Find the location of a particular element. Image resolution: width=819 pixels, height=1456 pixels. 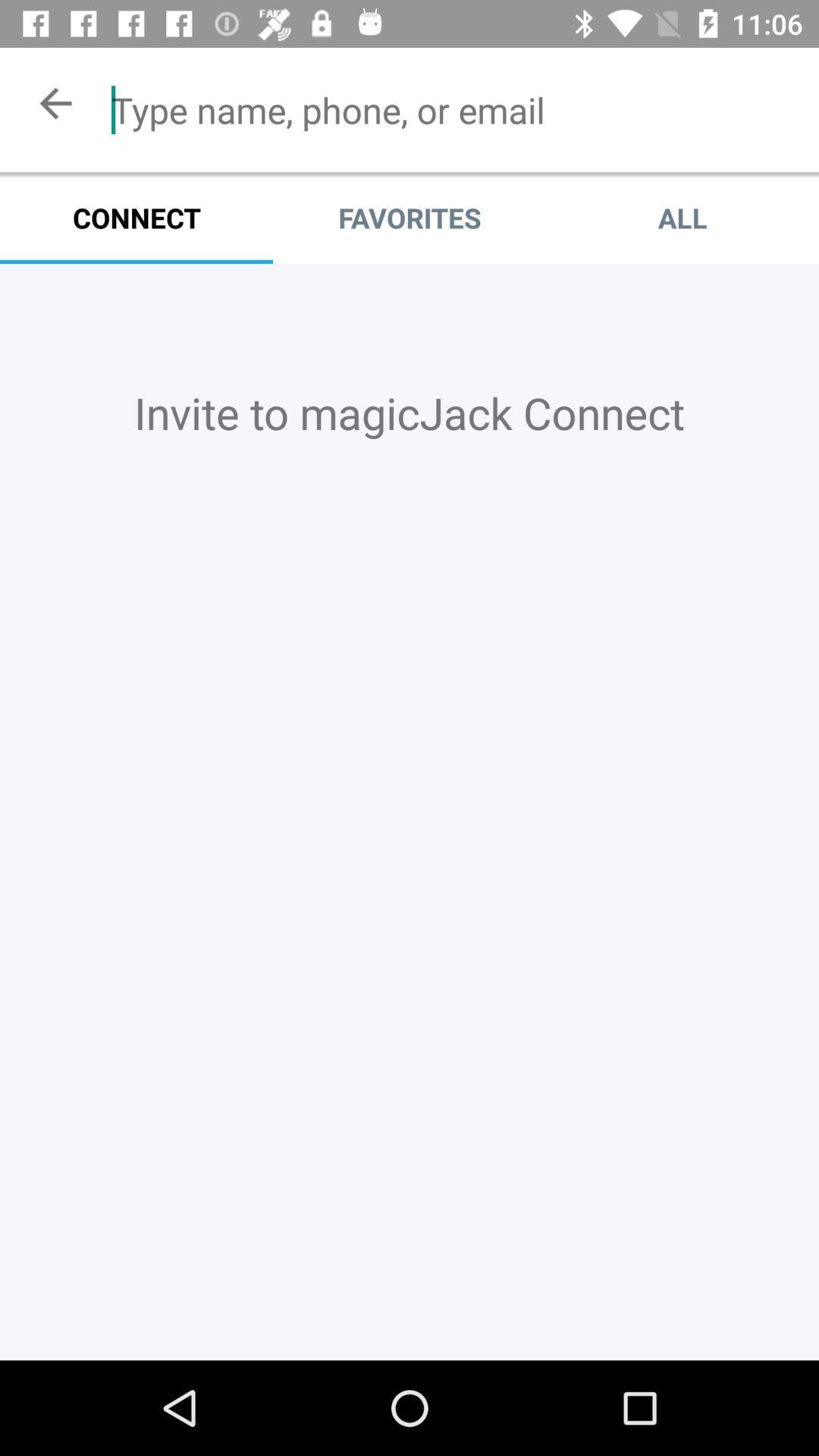

the icon next to the favorites is located at coordinates (681, 217).